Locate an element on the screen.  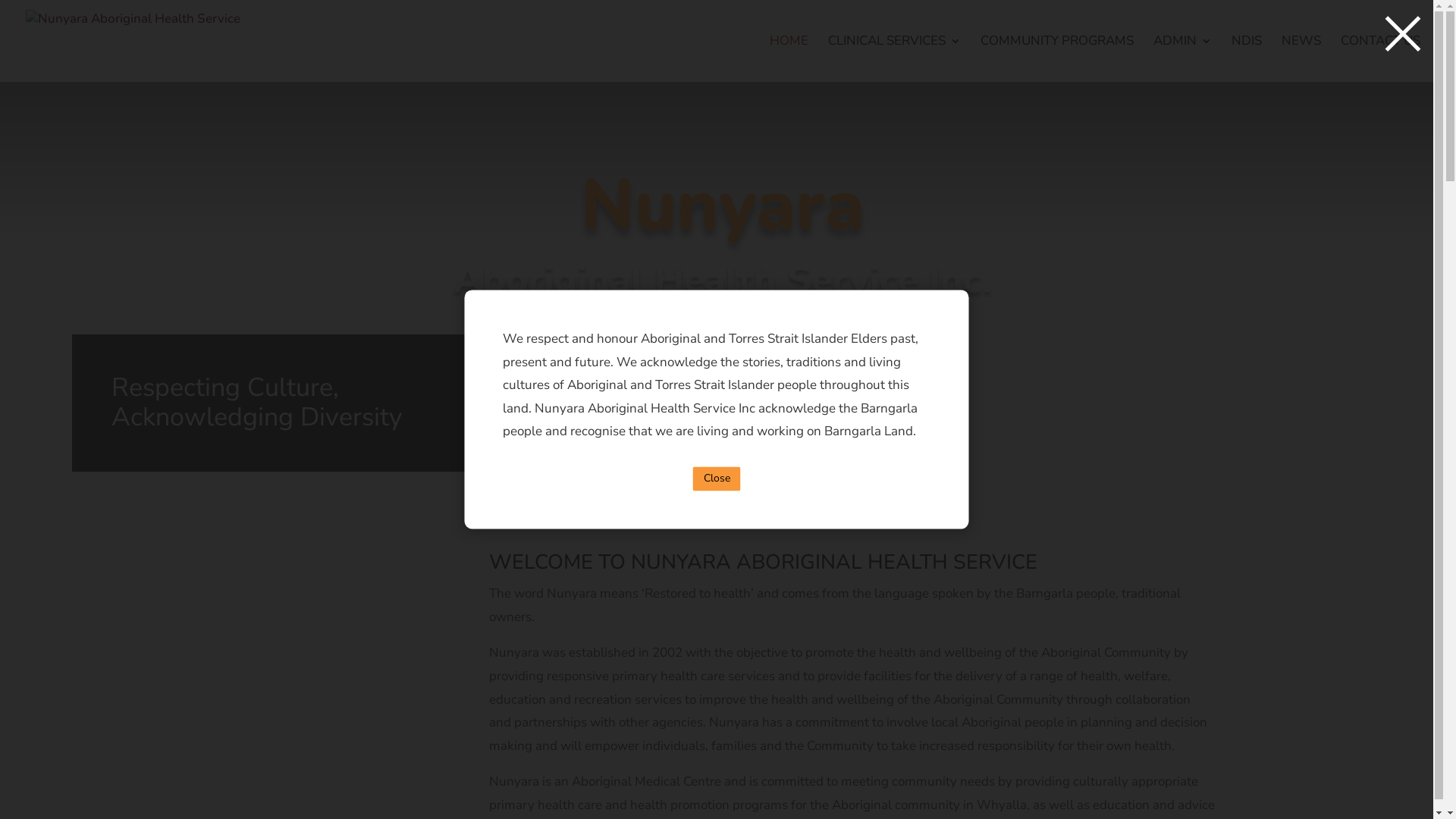
'Close' is located at coordinates (692, 479).